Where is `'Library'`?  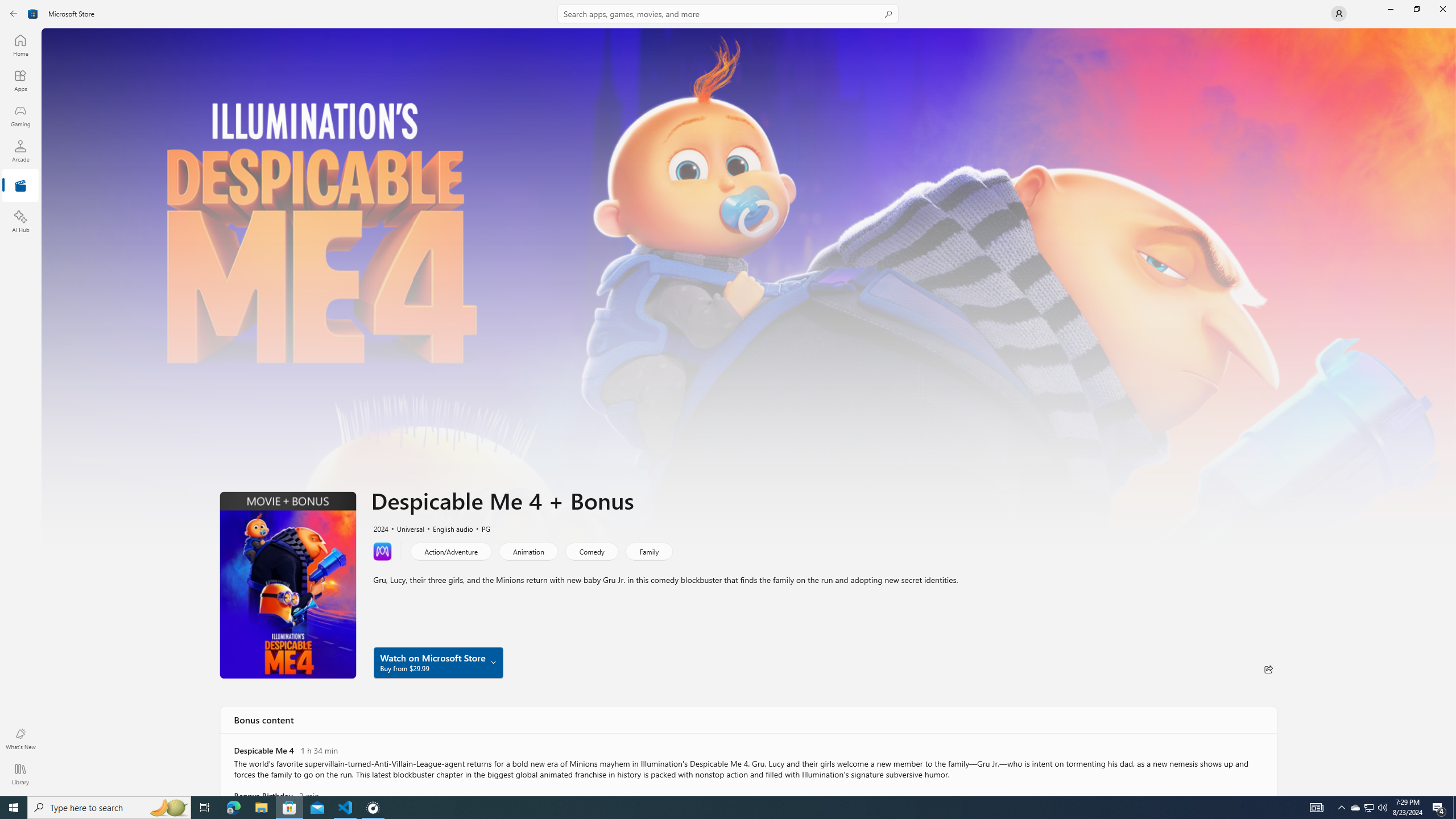 'Library' is located at coordinates (19, 773).